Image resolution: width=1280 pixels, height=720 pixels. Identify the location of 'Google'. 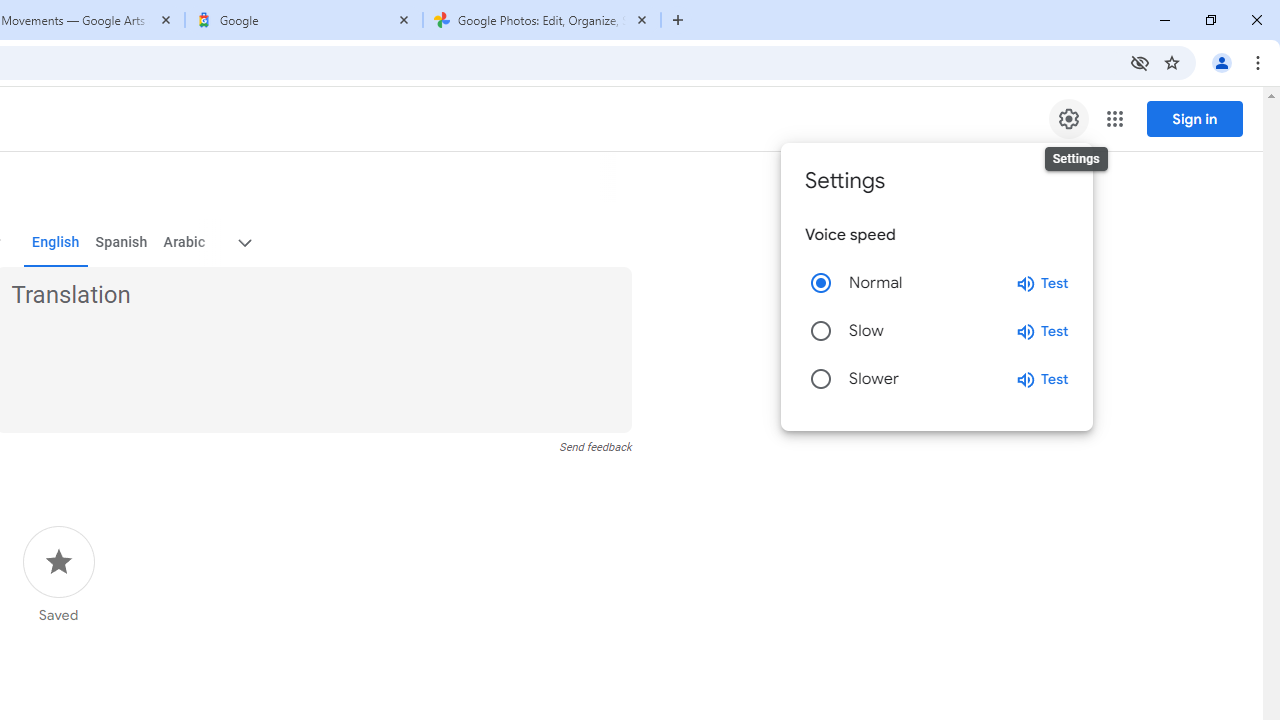
(303, 20).